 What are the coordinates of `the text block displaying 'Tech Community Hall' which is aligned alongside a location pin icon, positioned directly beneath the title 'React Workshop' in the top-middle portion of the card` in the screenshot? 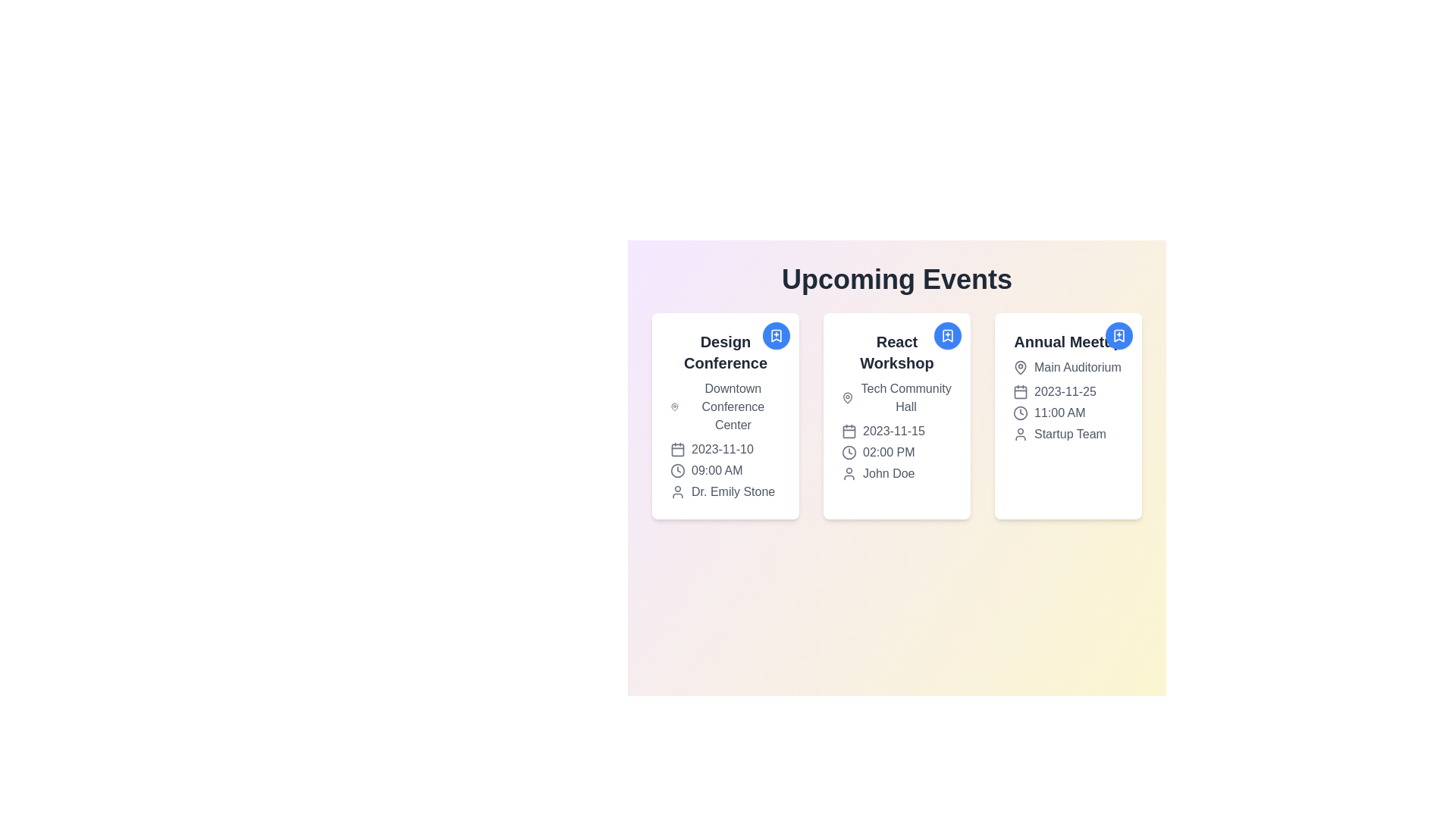 It's located at (896, 397).